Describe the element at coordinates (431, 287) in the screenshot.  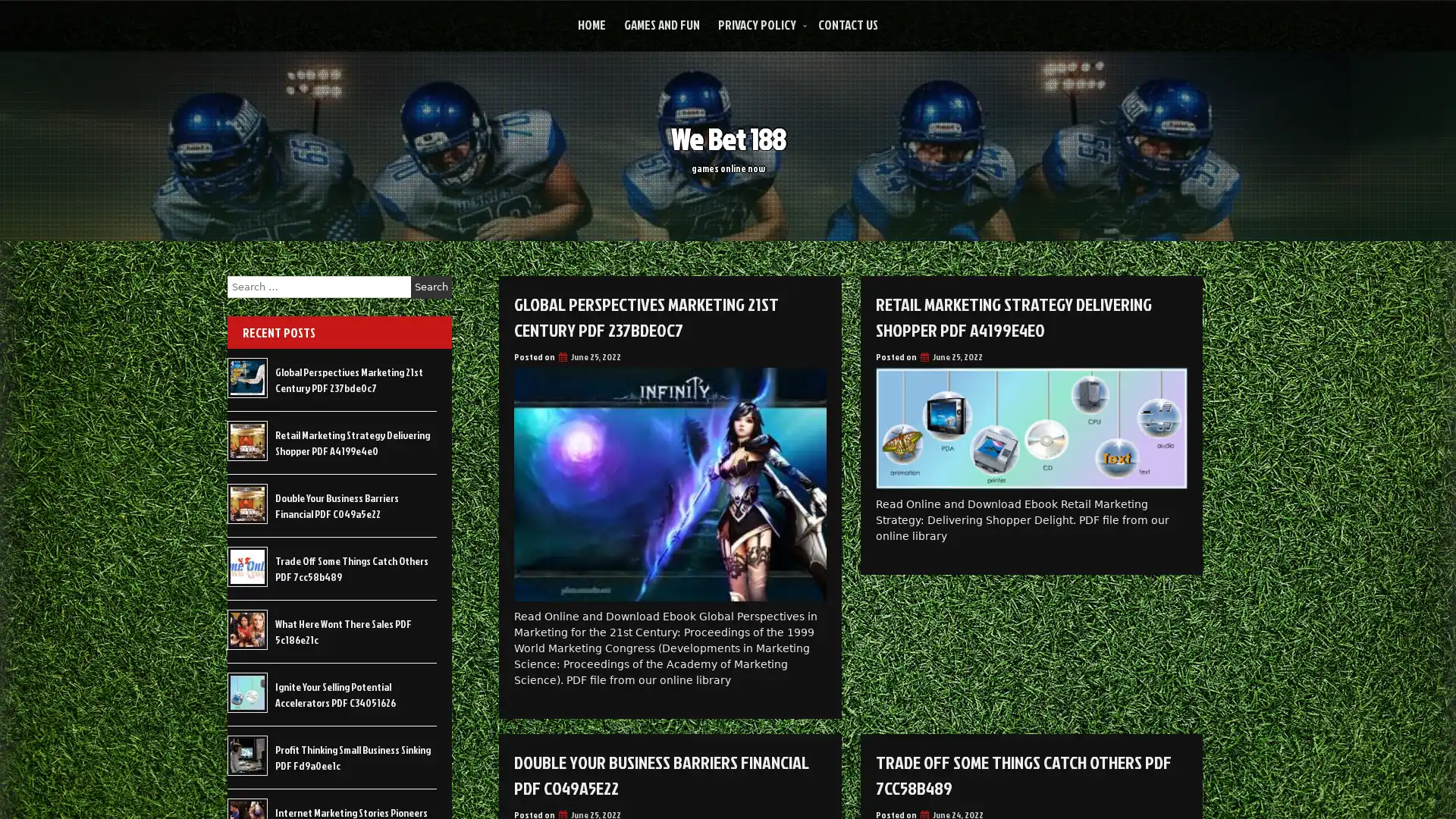
I see `Search` at that location.